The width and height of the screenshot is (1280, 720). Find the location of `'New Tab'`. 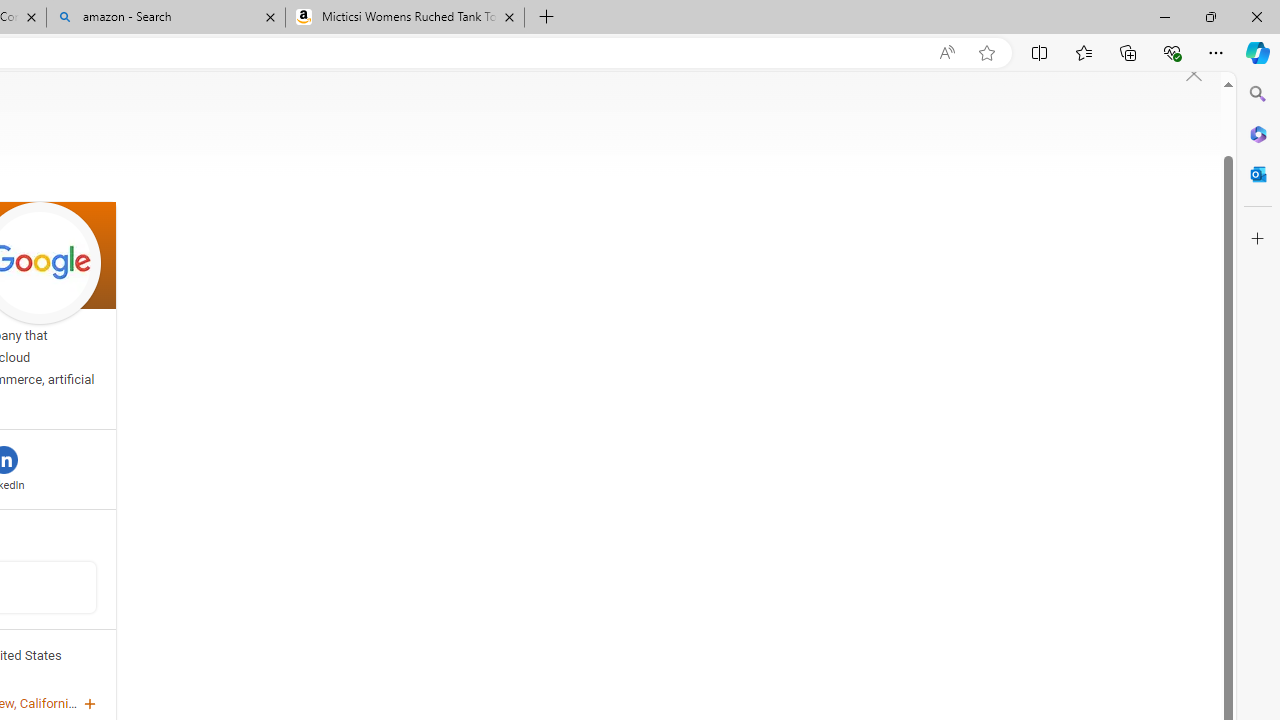

'New Tab' is located at coordinates (546, 17).